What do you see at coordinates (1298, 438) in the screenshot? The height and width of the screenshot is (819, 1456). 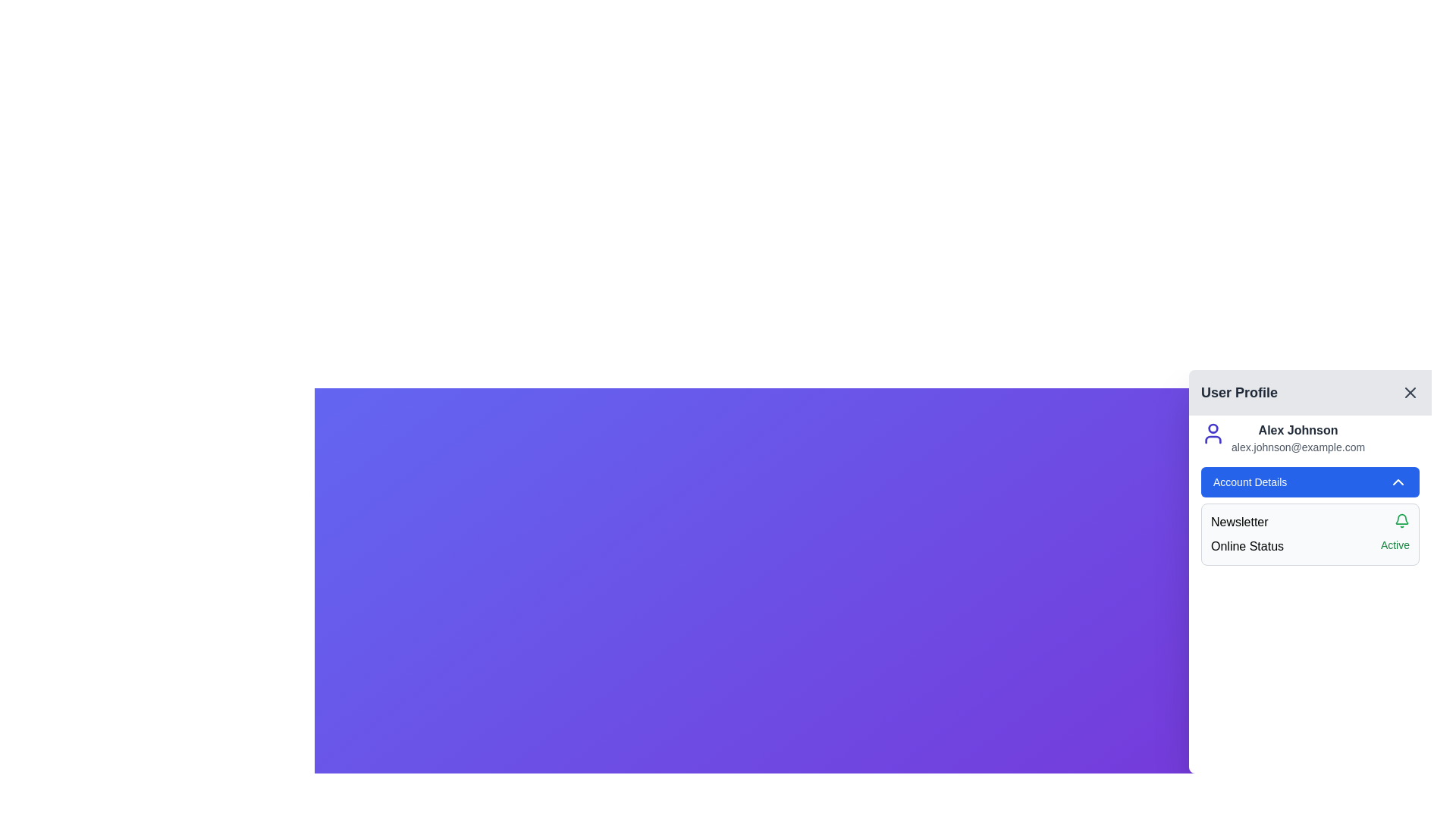 I see `details displayed in the 'User Profile' section, specifically the text showing 'Alex Johnson' and 'alex.johnson@example.com', which is positioned to the right of the profile icon` at bounding box center [1298, 438].